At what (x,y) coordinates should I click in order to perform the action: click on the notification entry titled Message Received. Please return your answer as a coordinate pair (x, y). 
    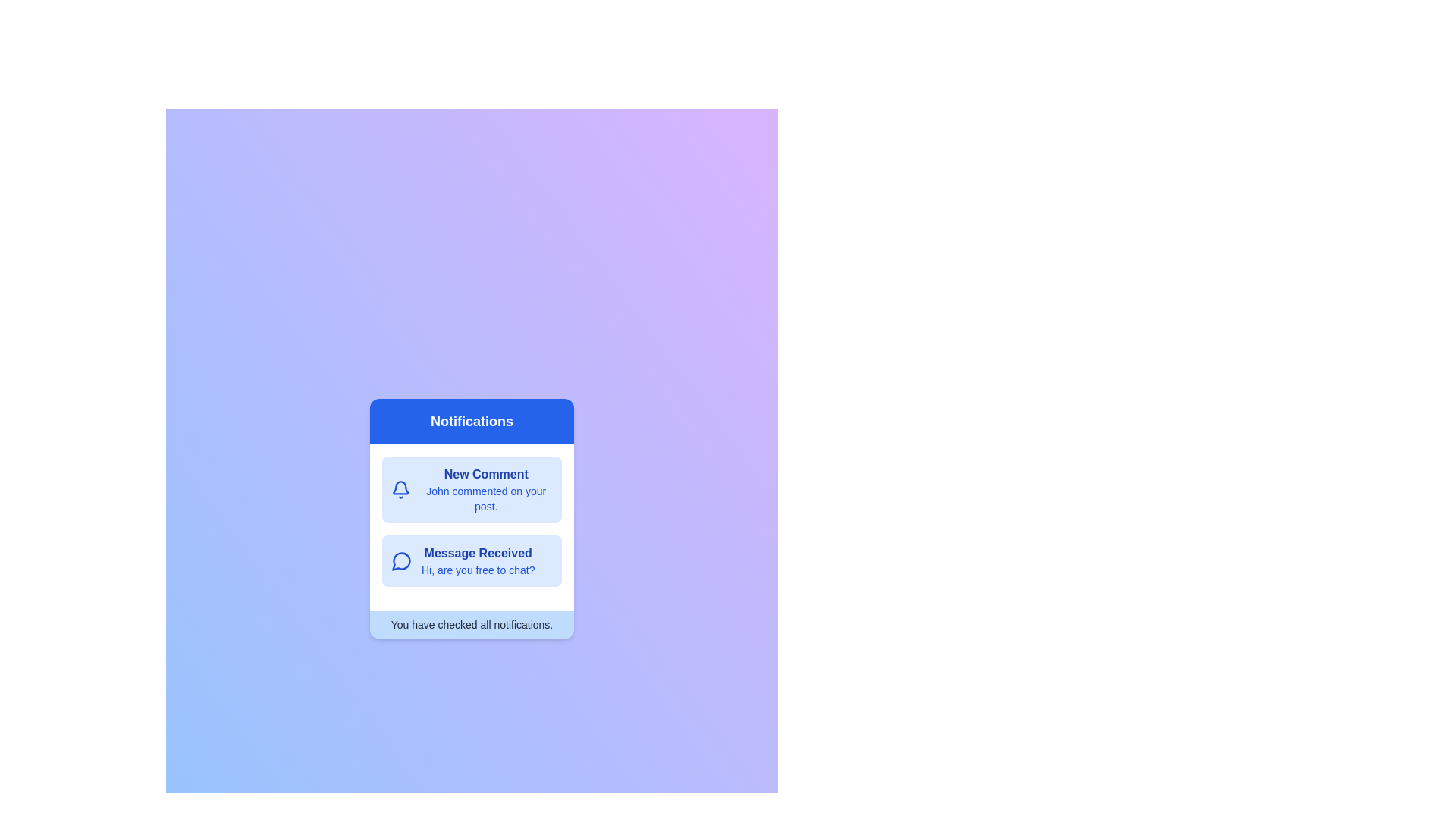
    Looking at the image, I should click on (471, 561).